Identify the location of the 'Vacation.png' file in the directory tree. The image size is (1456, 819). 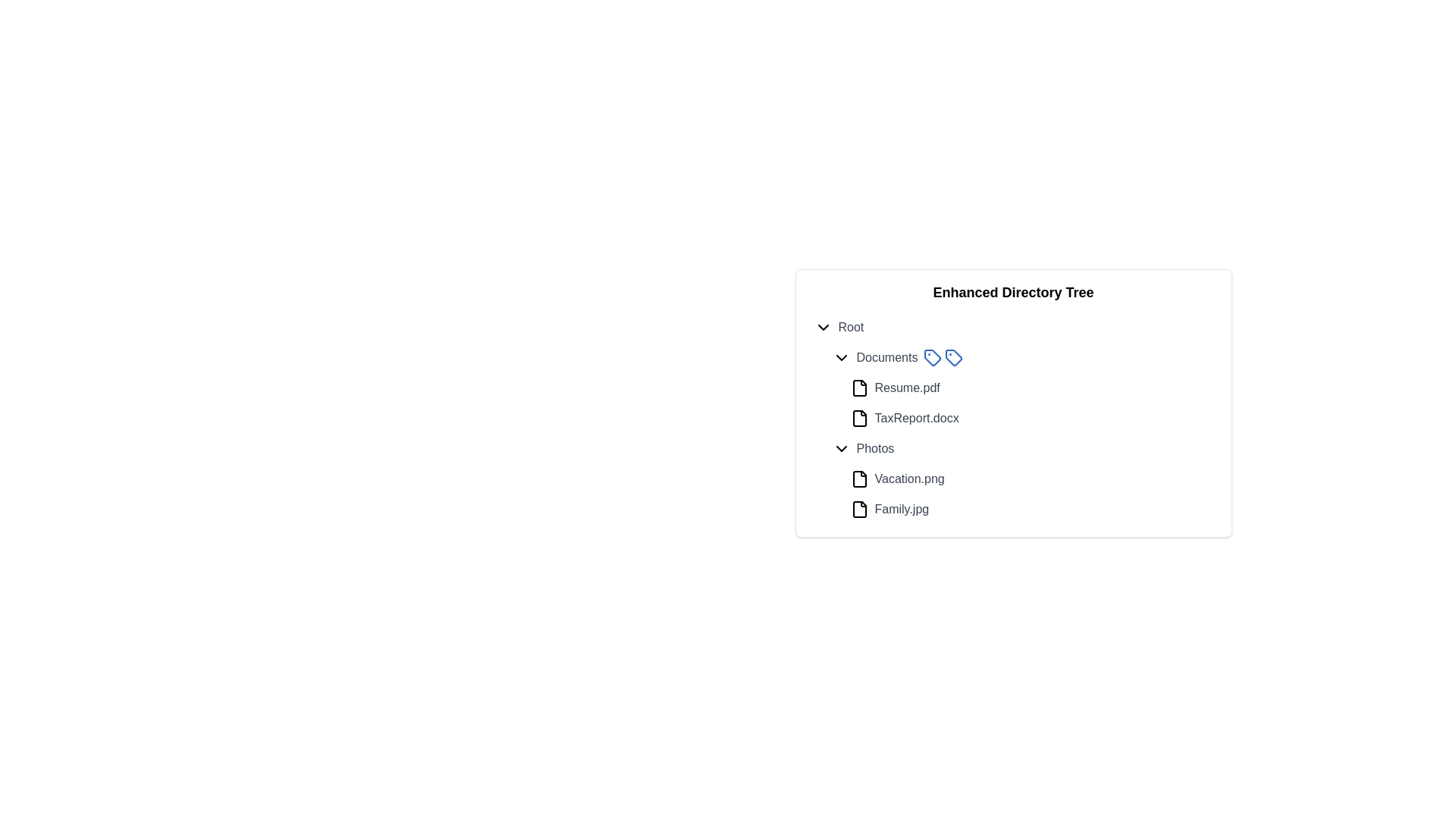
(1031, 479).